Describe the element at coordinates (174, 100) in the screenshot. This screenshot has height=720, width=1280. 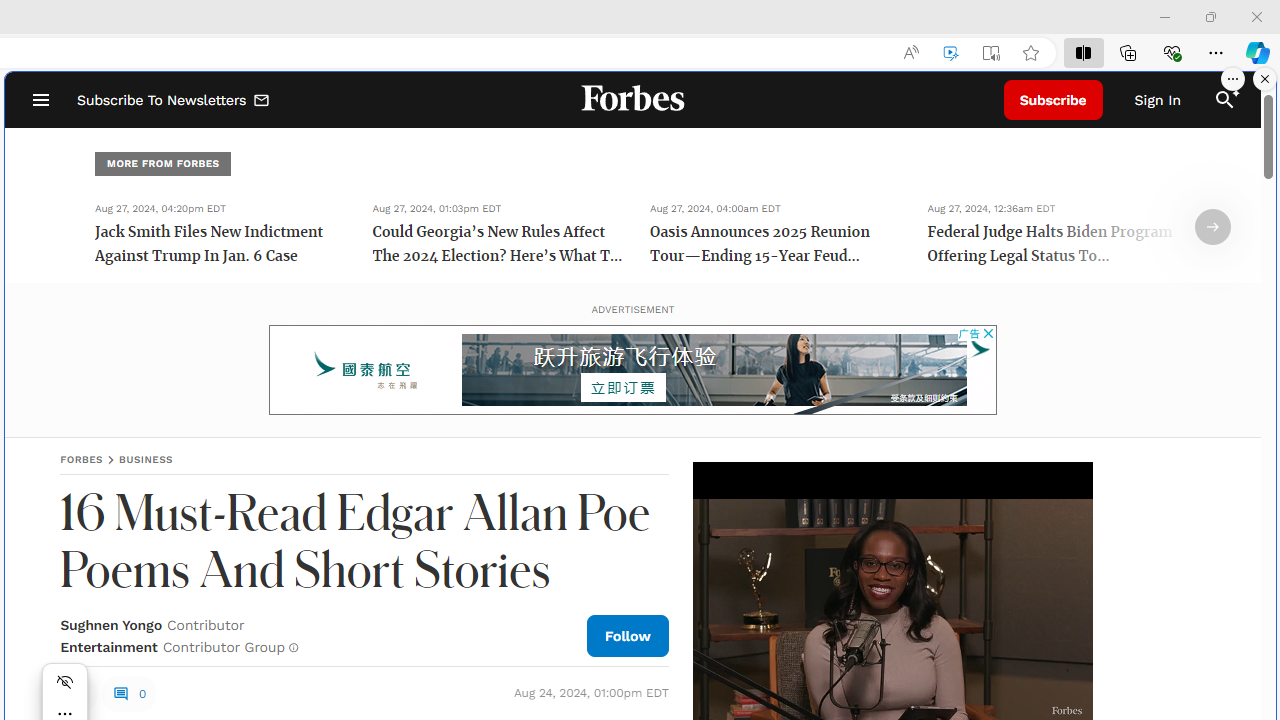
I see `'Subscribe To Newsletters'` at that location.